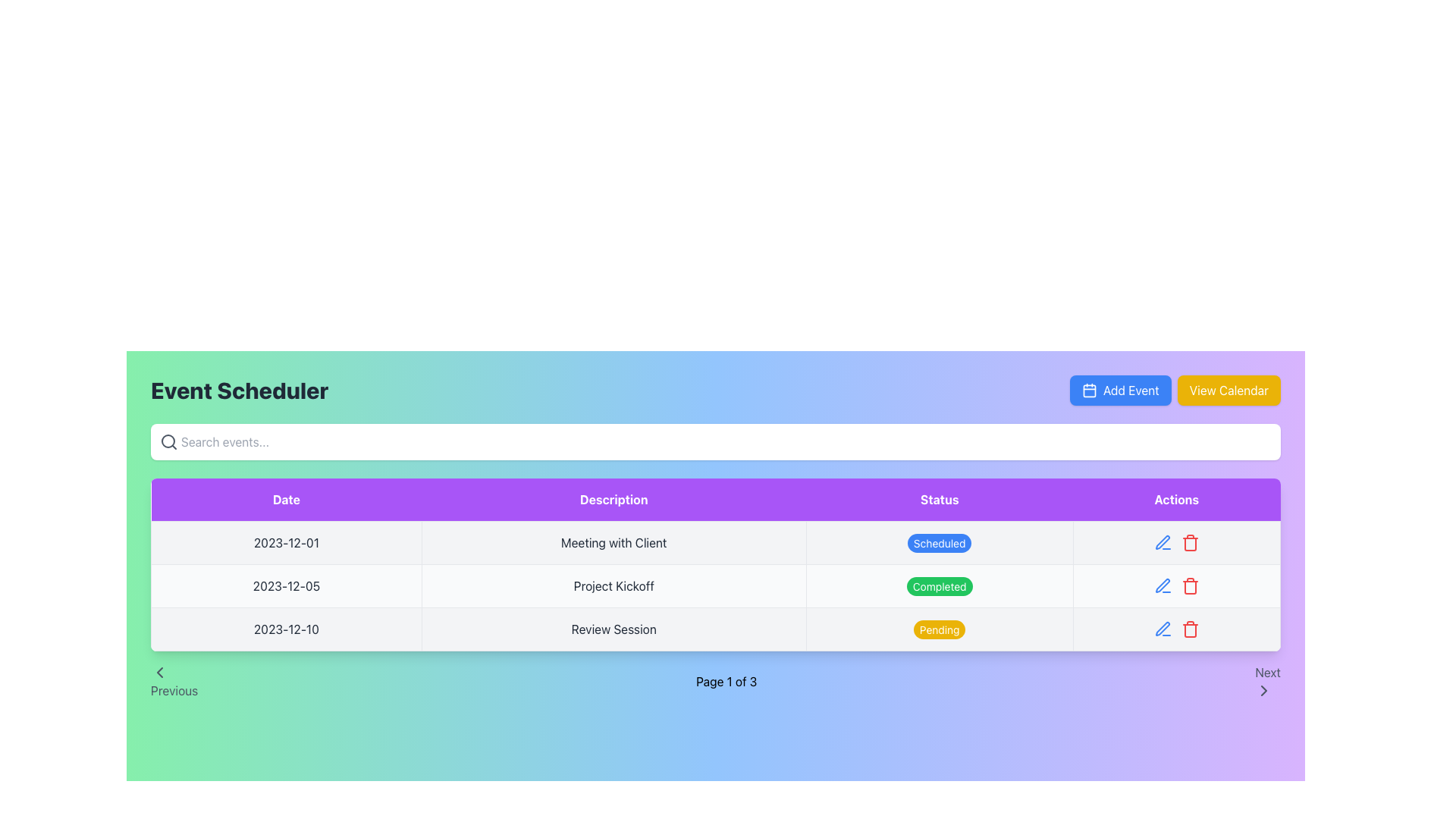  I want to click on the decorative icon within the 'Add Event' button located at the upper right of the application interface, which emphasizes the button's purpose related to event scheduling, so click(1087, 390).